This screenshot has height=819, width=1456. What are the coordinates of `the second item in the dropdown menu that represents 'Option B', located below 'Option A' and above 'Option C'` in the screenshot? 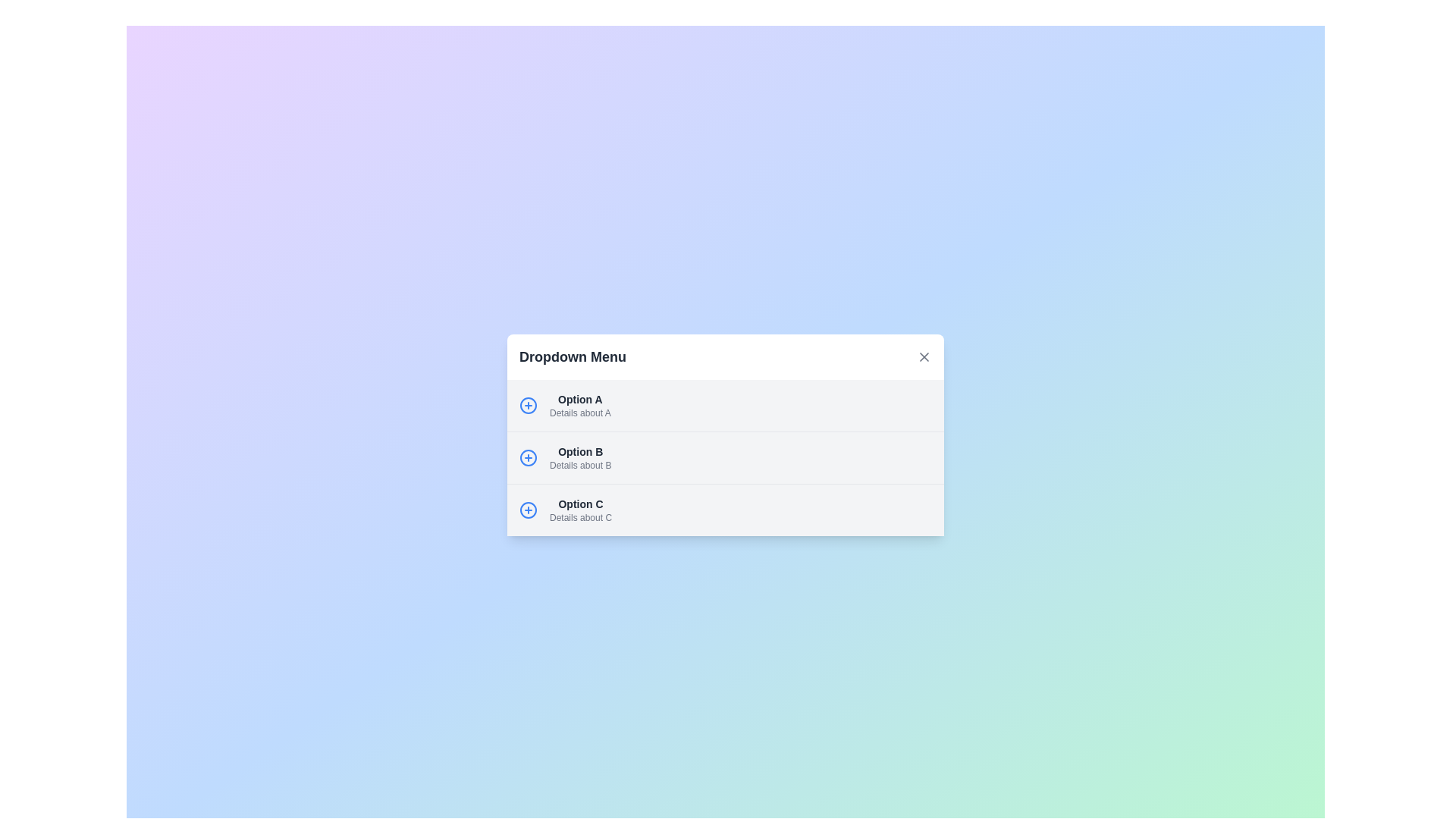 It's located at (724, 457).